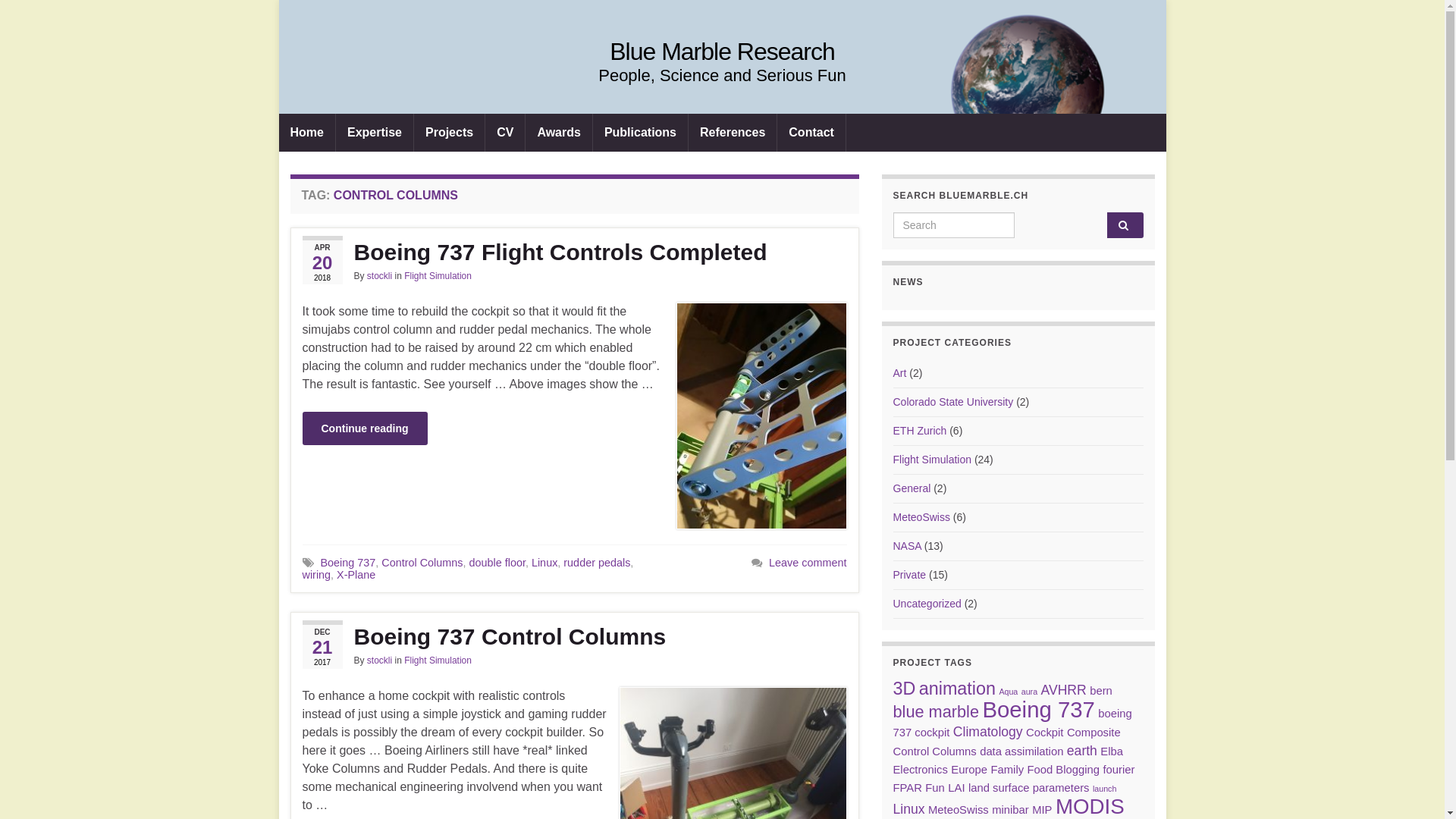  What do you see at coordinates (935, 711) in the screenshot?
I see `'blue marble'` at bounding box center [935, 711].